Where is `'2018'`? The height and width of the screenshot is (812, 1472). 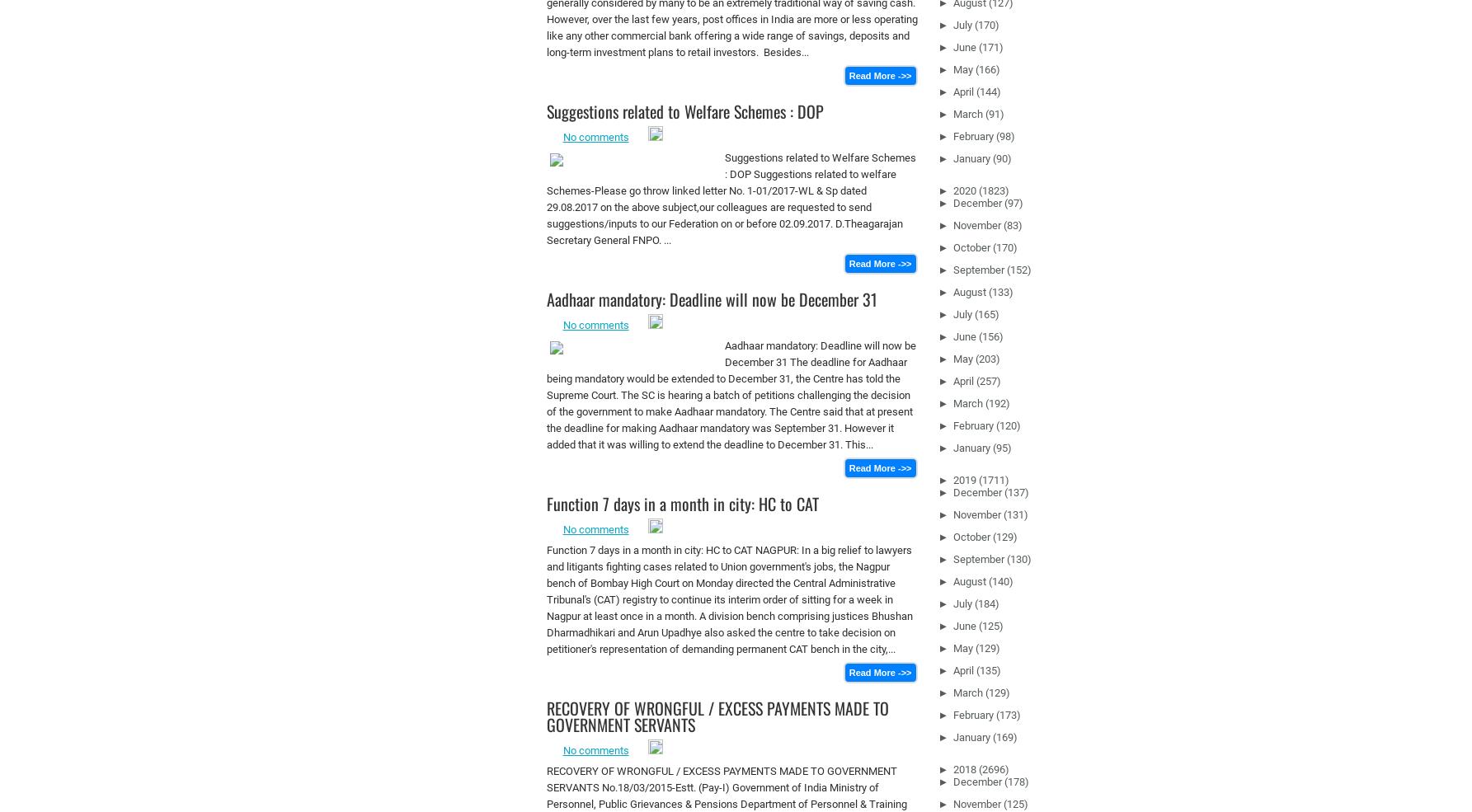
'2018' is located at coordinates (964, 768).